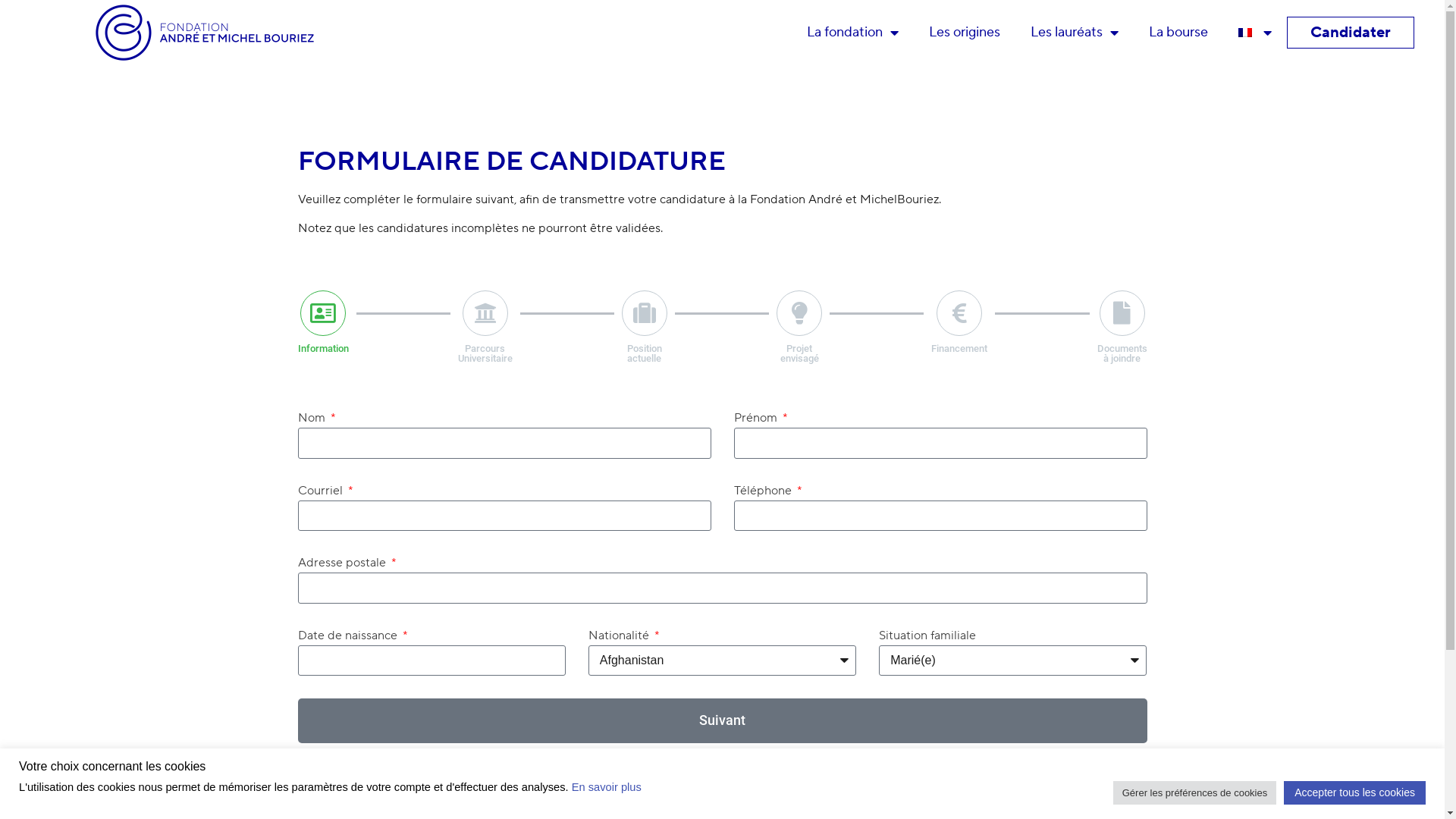  I want to click on 'En savoir plus', so click(570, 786).